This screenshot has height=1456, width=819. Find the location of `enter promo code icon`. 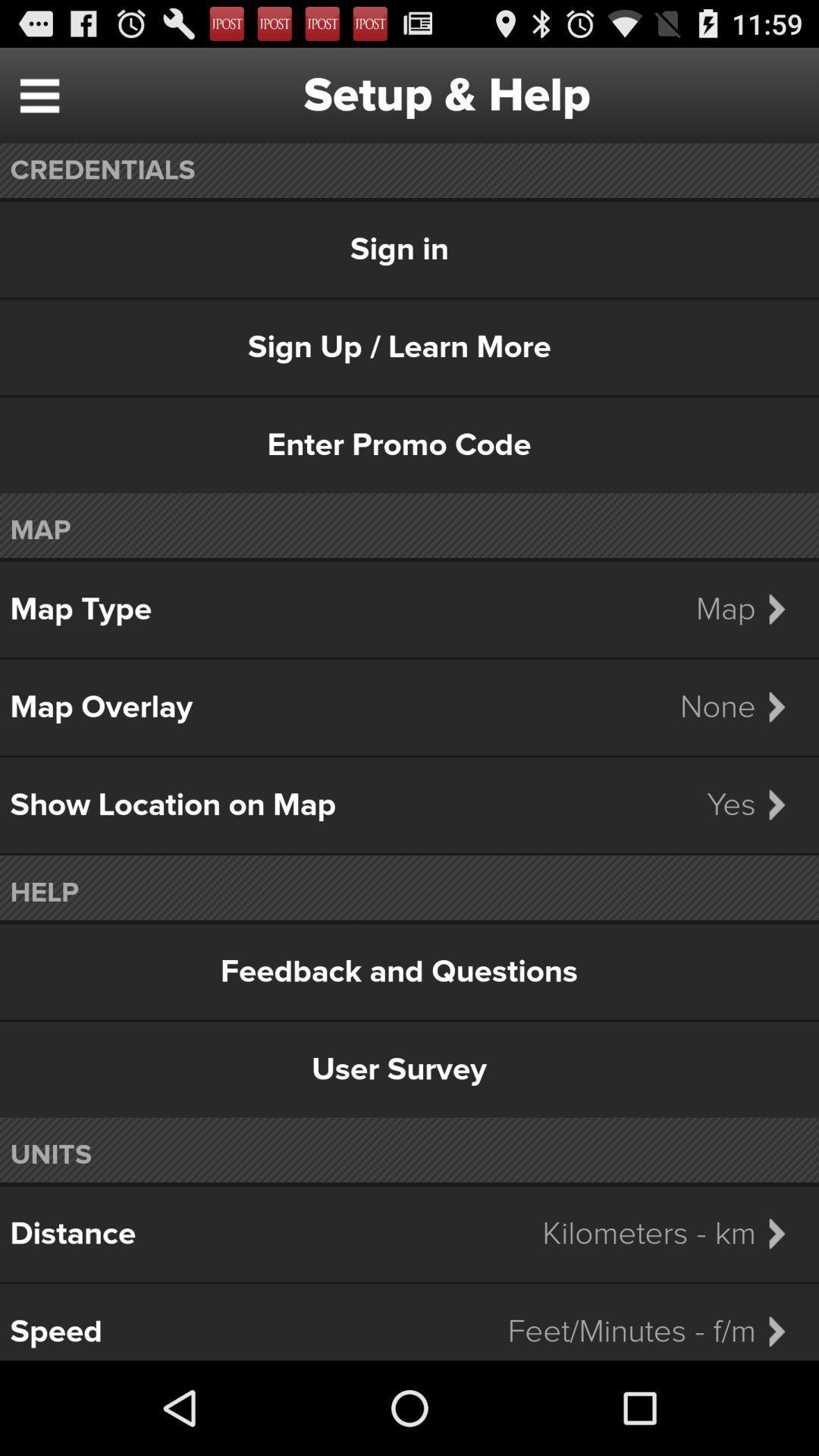

enter promo code icon is located at coordinates (409, 444).